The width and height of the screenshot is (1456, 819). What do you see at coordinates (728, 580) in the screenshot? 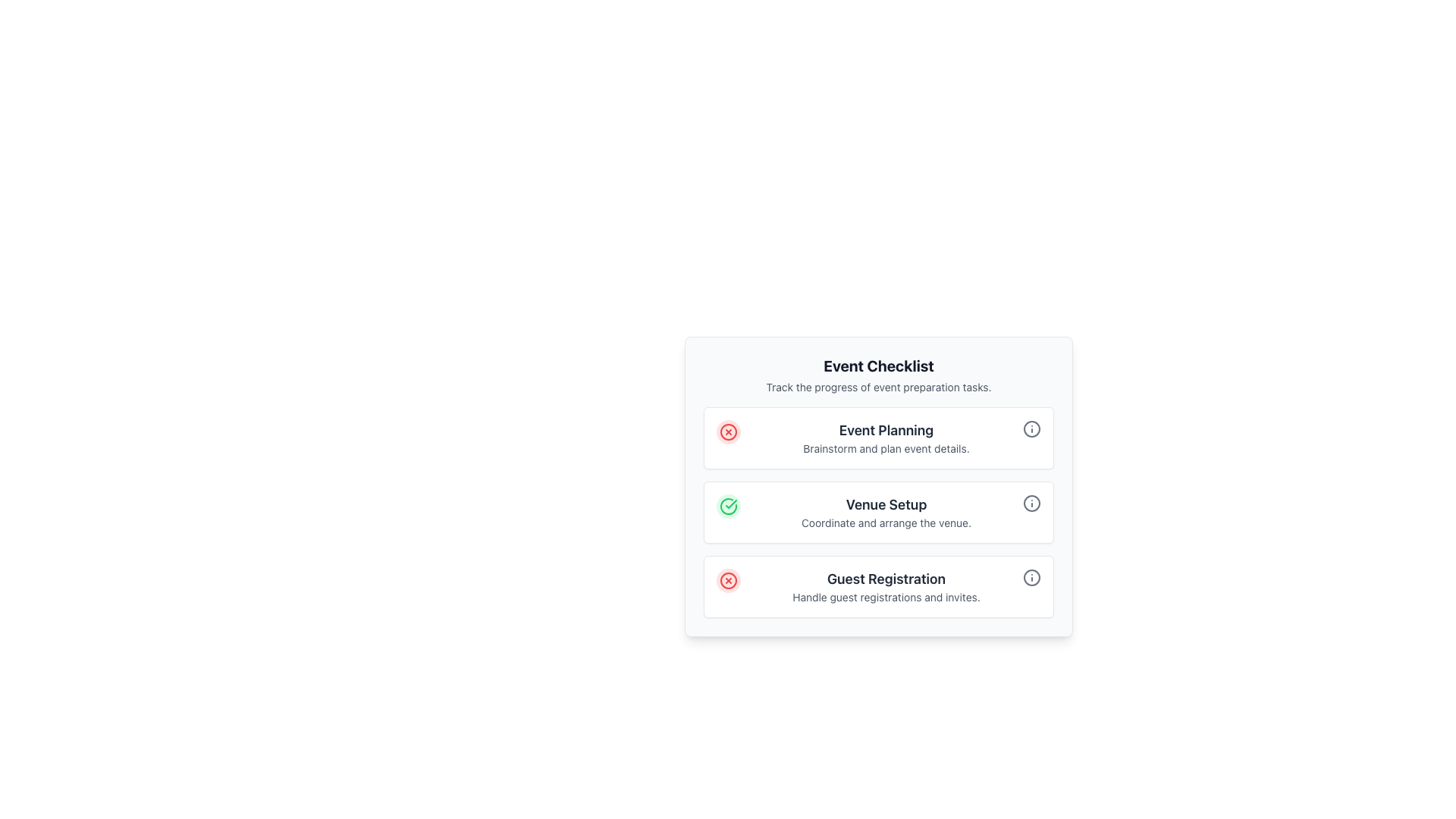
I see `the icon that indicates a task as incomplete or problematic, located in the bottom segment of the list preceding the text 'Guest Registration'` at bounding box center [728, 580].